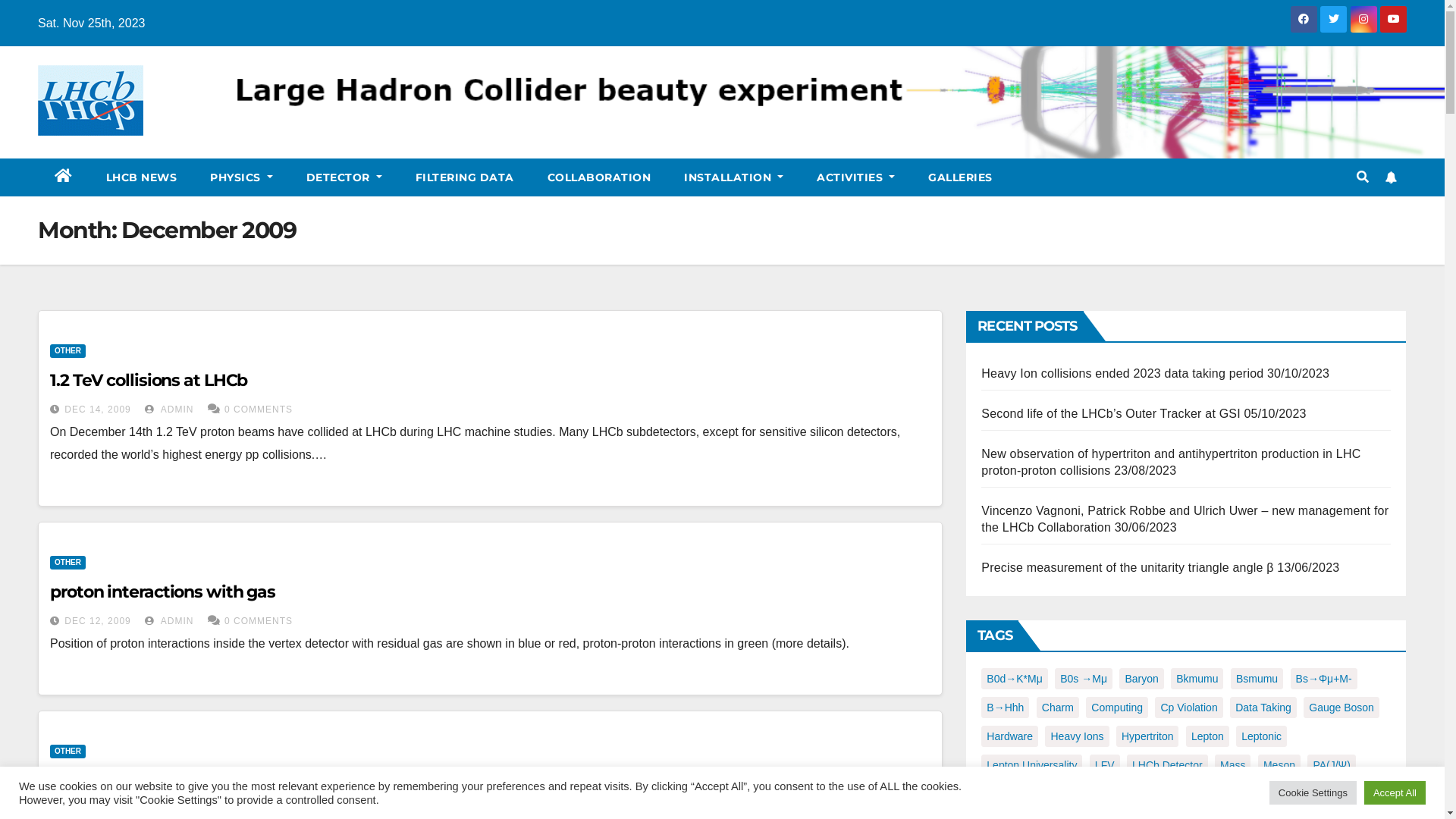 Image resolution: width=1456 pixels, height=819 pixels. What do you see at coordinates (142, 177) in the screenshot?
I see `'LHCB NEWS'` at bounding box center [142, 177].